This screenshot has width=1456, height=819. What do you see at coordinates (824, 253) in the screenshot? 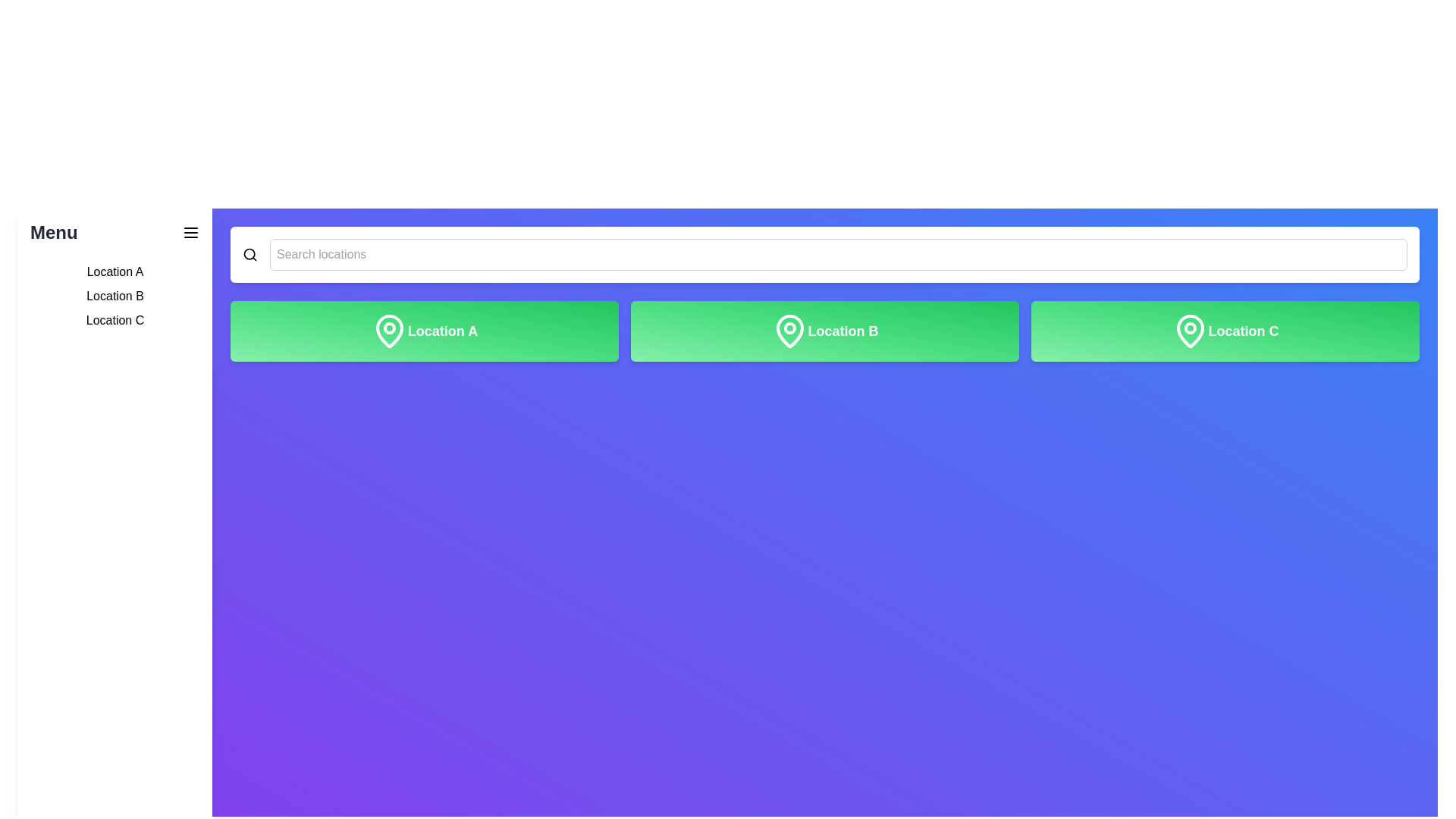
I see `the white rectangular search bar with rounded corners and a magnifying glass icon, located at the top center of the interface, just below the primary navigation` at bounding box center [824, 253].